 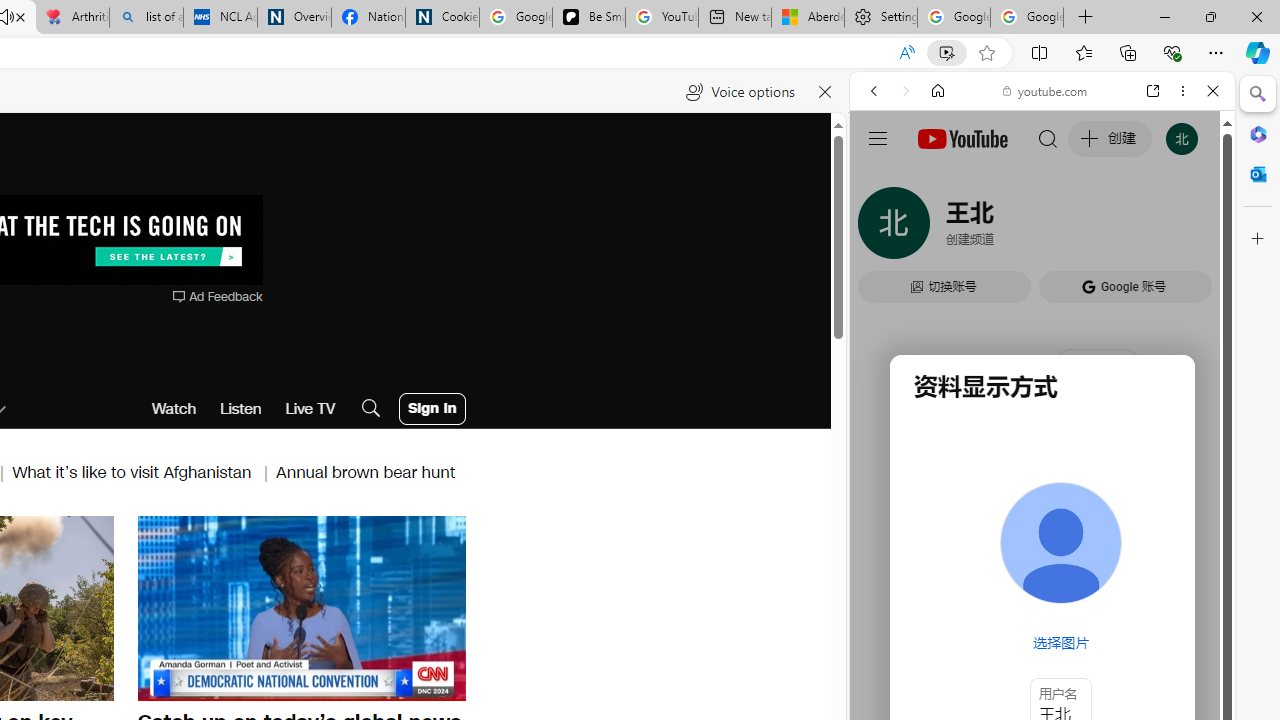 What do you see at coordinates (366, 472) in the screenshot?
I see `'Annual brown bear hunt'` at bounding box center [366, 472].